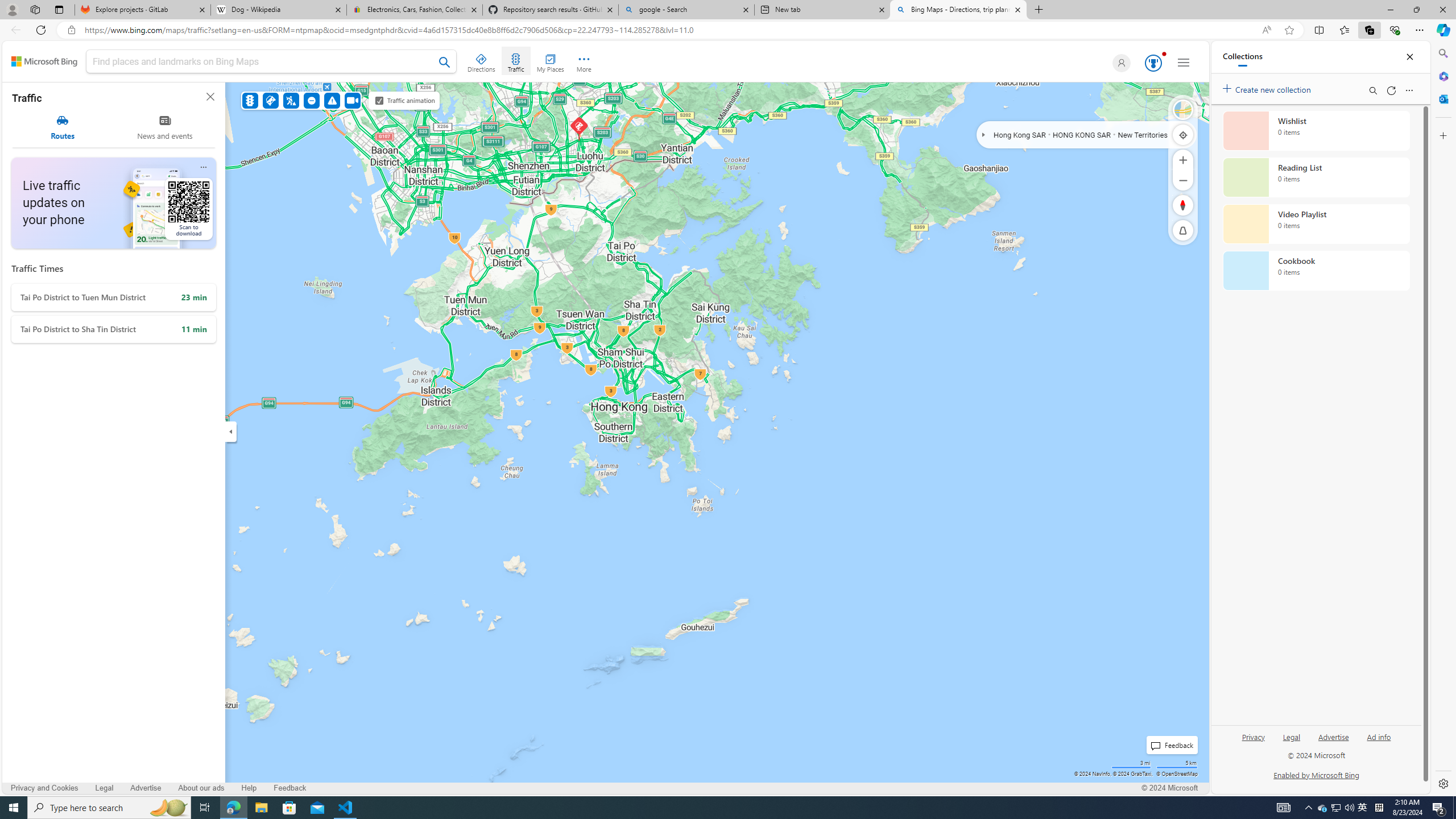  Describe the element at coordinates (1152, 63) in the screenshot. I see `'AutomationID: rh_meter'` at that location.